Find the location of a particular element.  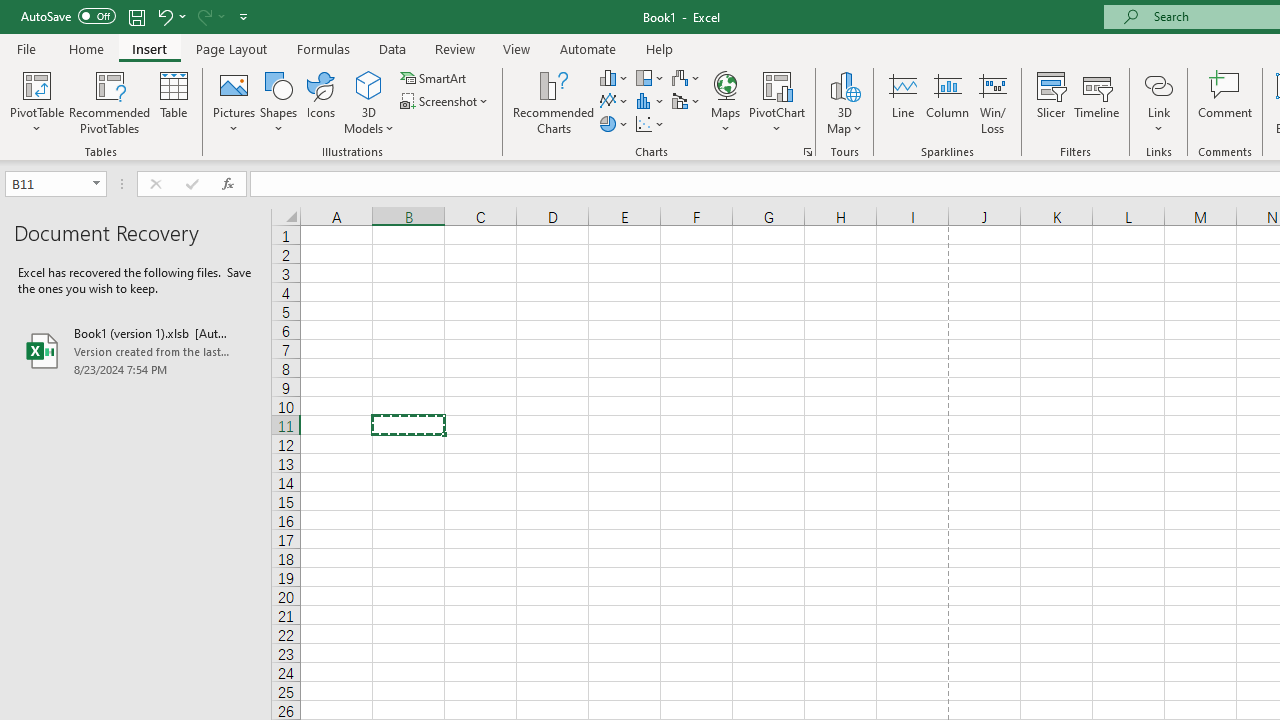

'Insert Line or Area Chart' is located at coordinates (614, 101).